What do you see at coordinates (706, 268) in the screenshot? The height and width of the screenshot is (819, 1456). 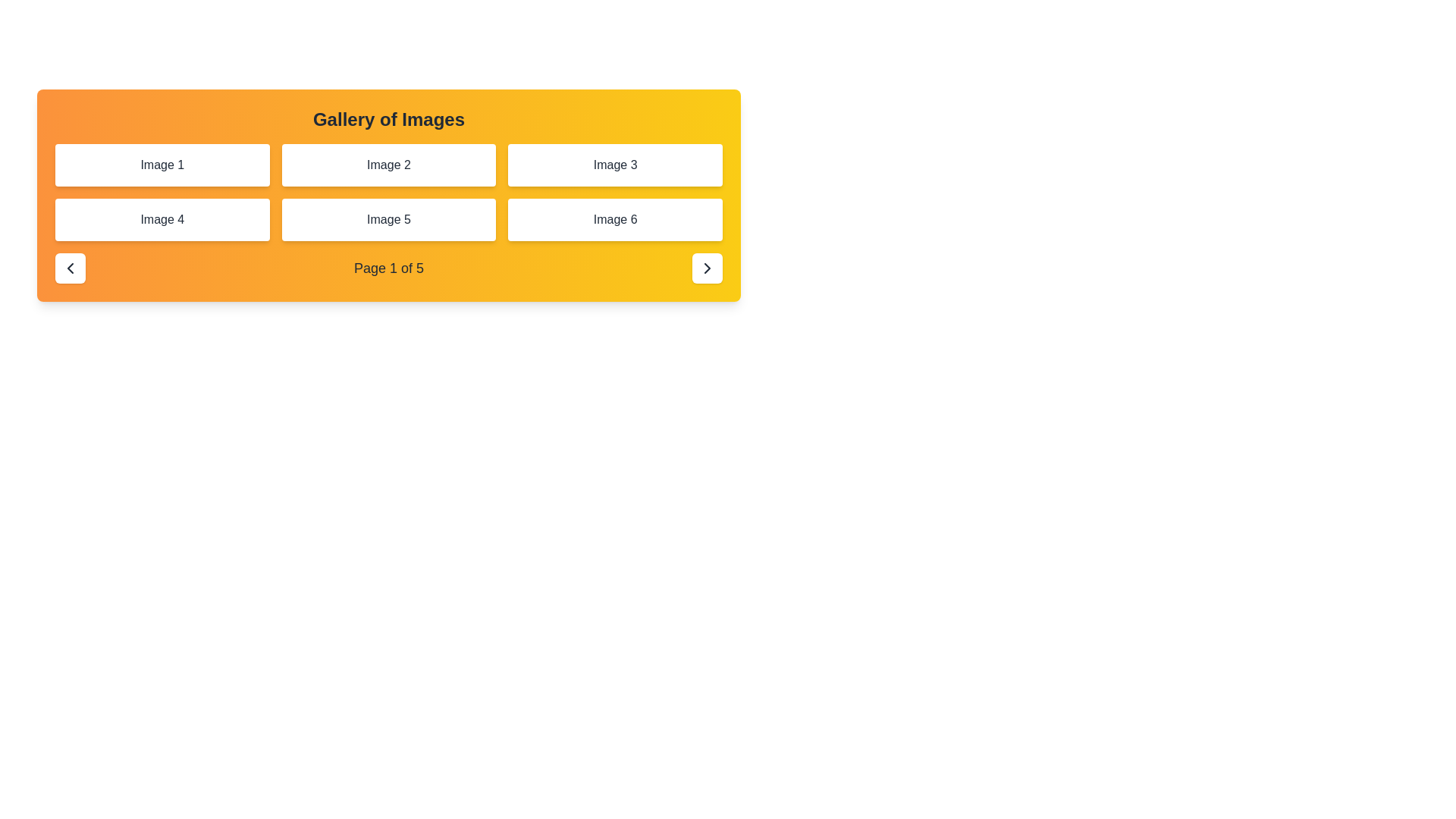 I see `the right arrow icon within the button located at the bottom-right corner of the card interface` at bounding box center [706, 268].